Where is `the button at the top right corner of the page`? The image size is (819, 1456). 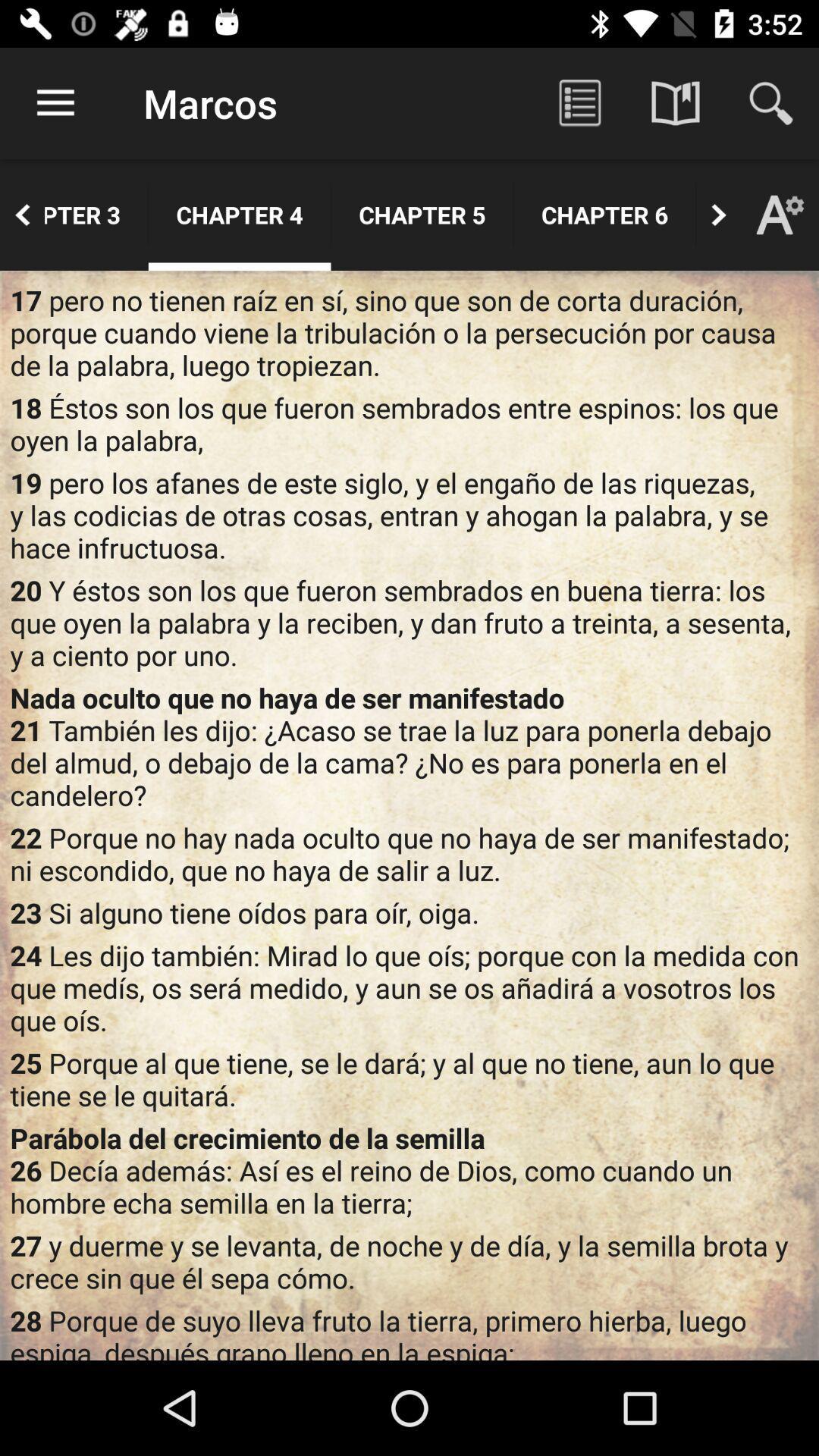 the button at the top right corner of the page is located at coordinates (771, 103).